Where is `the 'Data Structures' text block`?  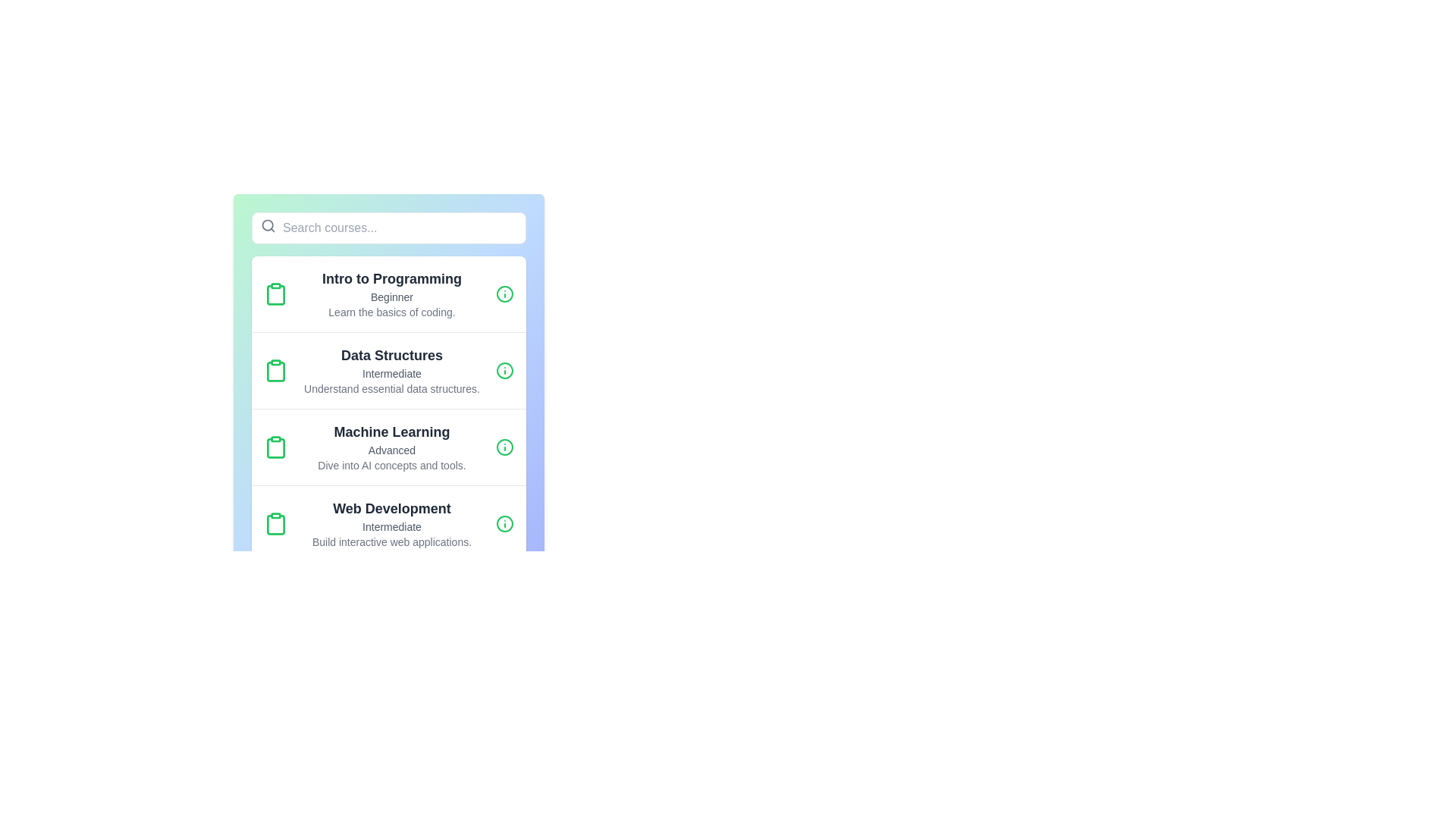 the 'Data Structures' text block is located at coordinates (392, 371).